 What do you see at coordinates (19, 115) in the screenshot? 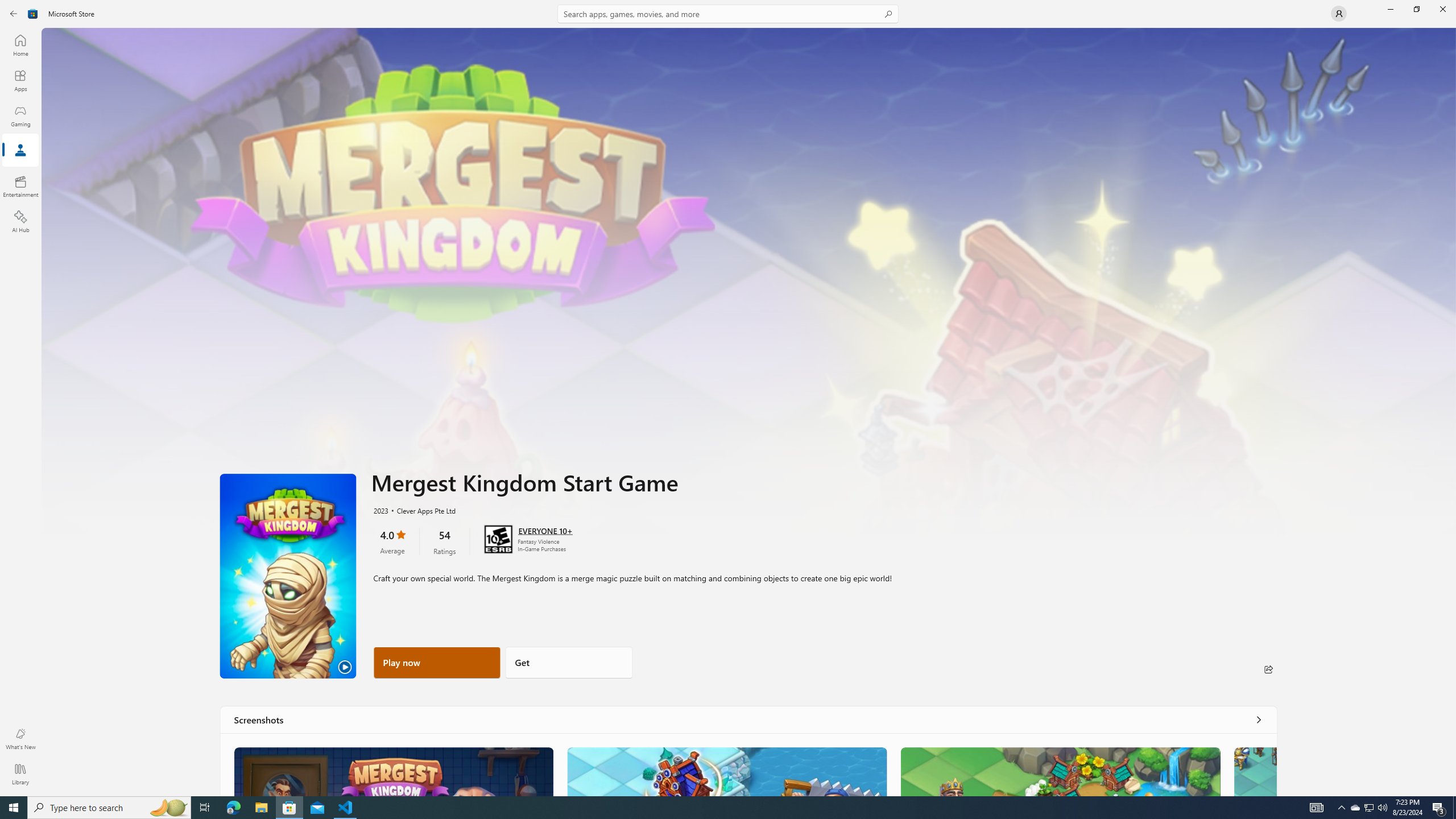
I see `'Gaming'` at bounding box center [19, 115].